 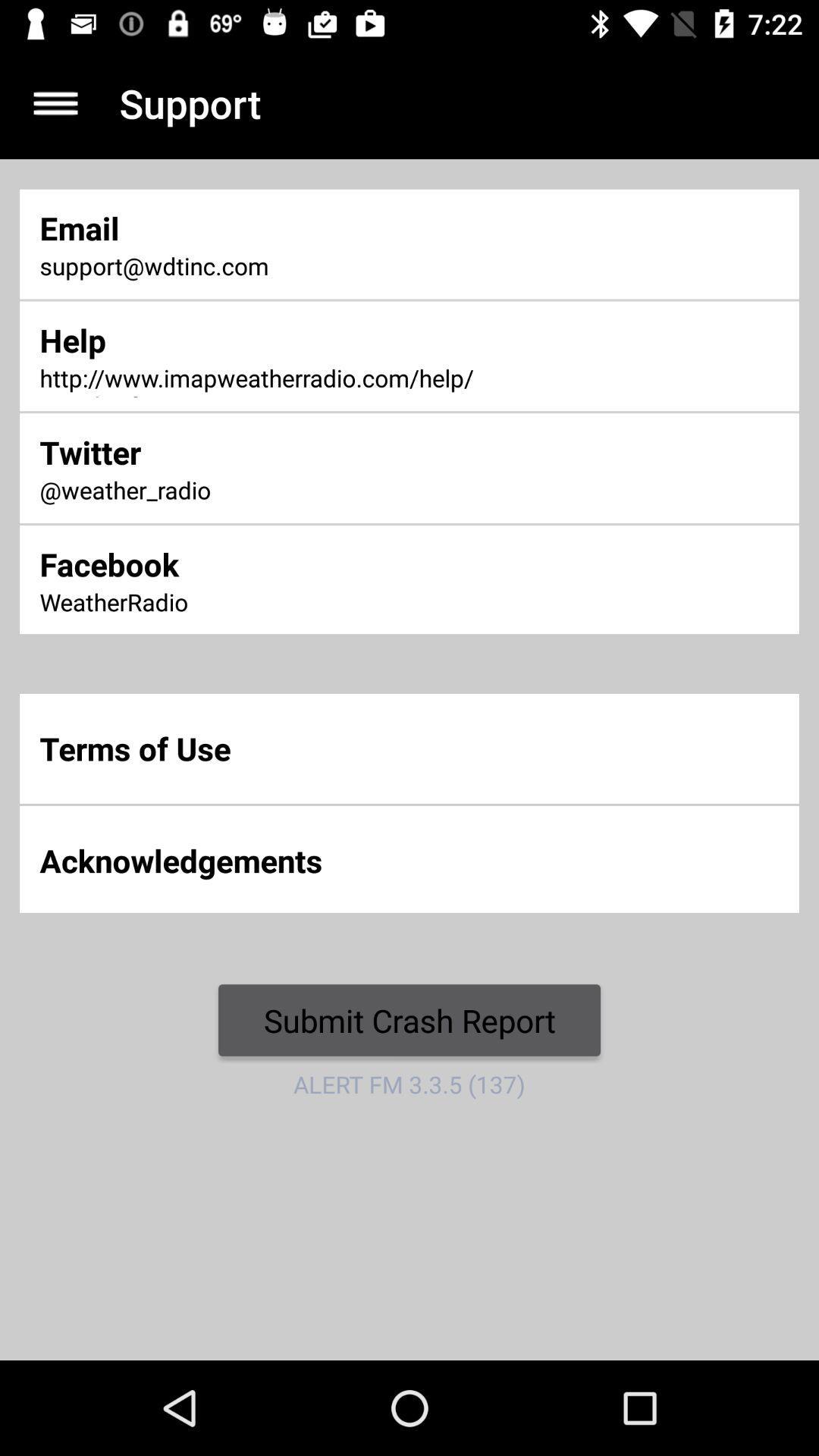 I want to click on item to the left of the support item, so click(x=55, y=102).